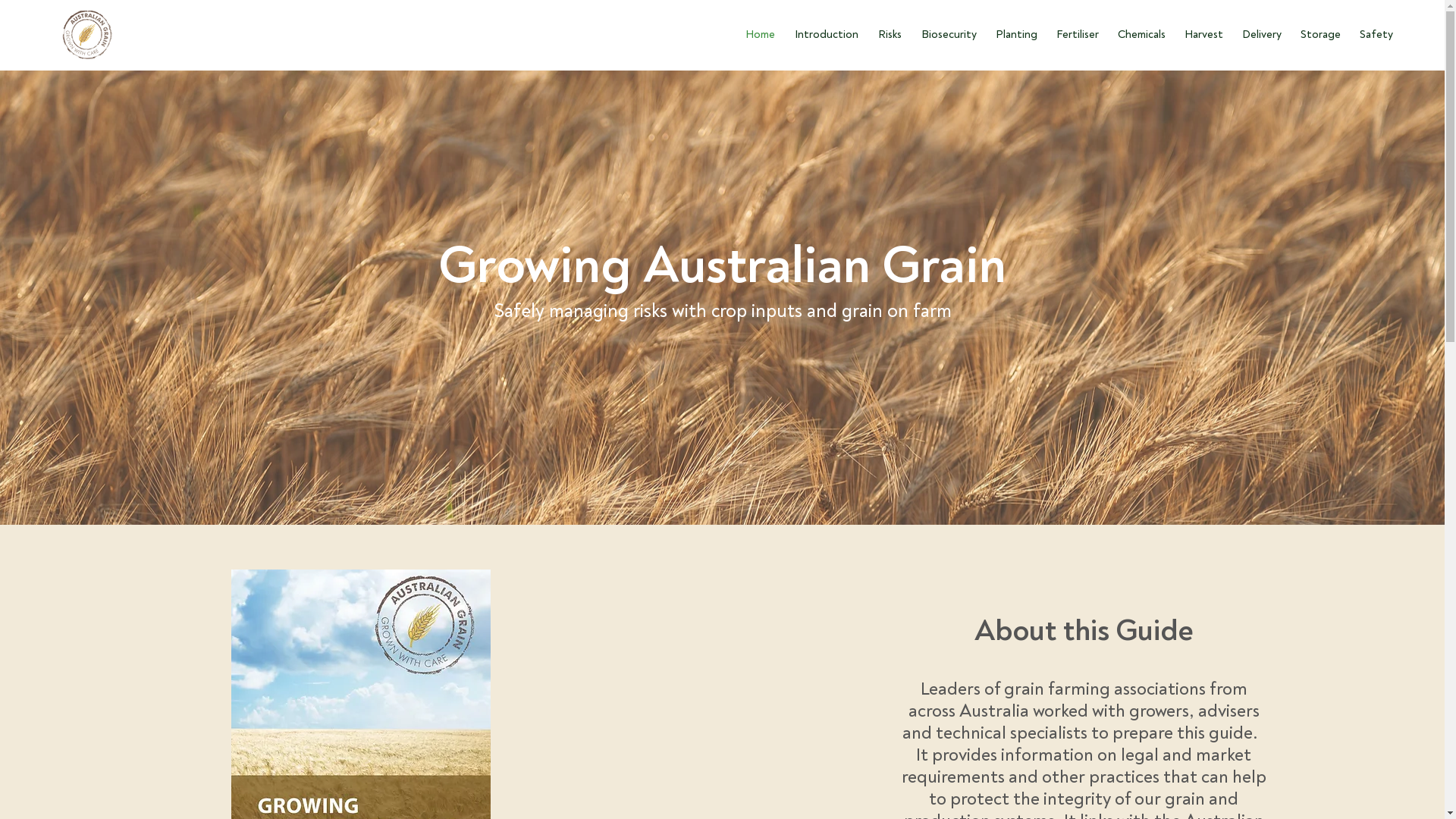 Image resolution: width=1456 pixels, height=819 pixels. What do you see at coordinates (1075, 34) in the screenshot?
I see `'Fertiliser'` at bounding box center [1075, 34].